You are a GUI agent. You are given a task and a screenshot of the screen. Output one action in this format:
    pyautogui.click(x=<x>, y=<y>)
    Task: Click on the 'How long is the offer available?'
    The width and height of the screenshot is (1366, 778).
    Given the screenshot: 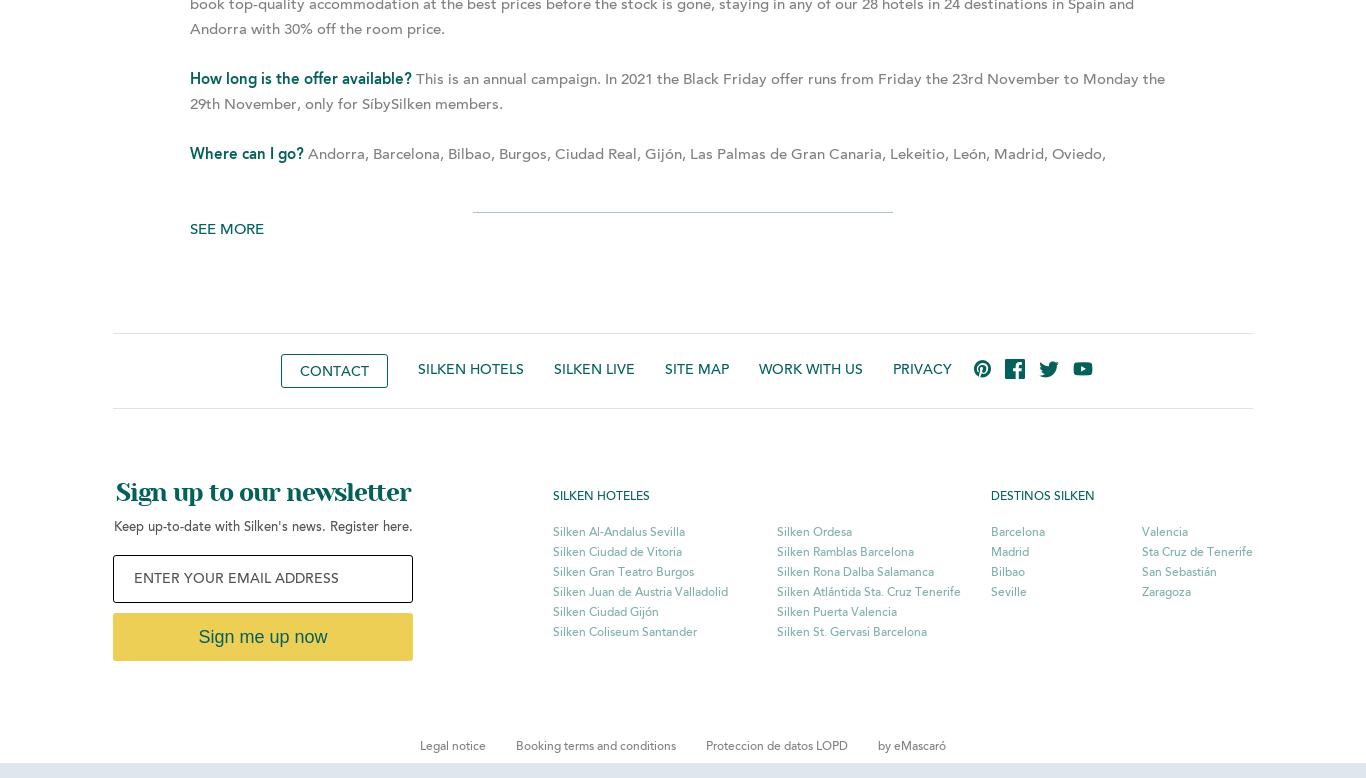 What is the action you would take?
    pyautogui.click(x=301, y=79)
    